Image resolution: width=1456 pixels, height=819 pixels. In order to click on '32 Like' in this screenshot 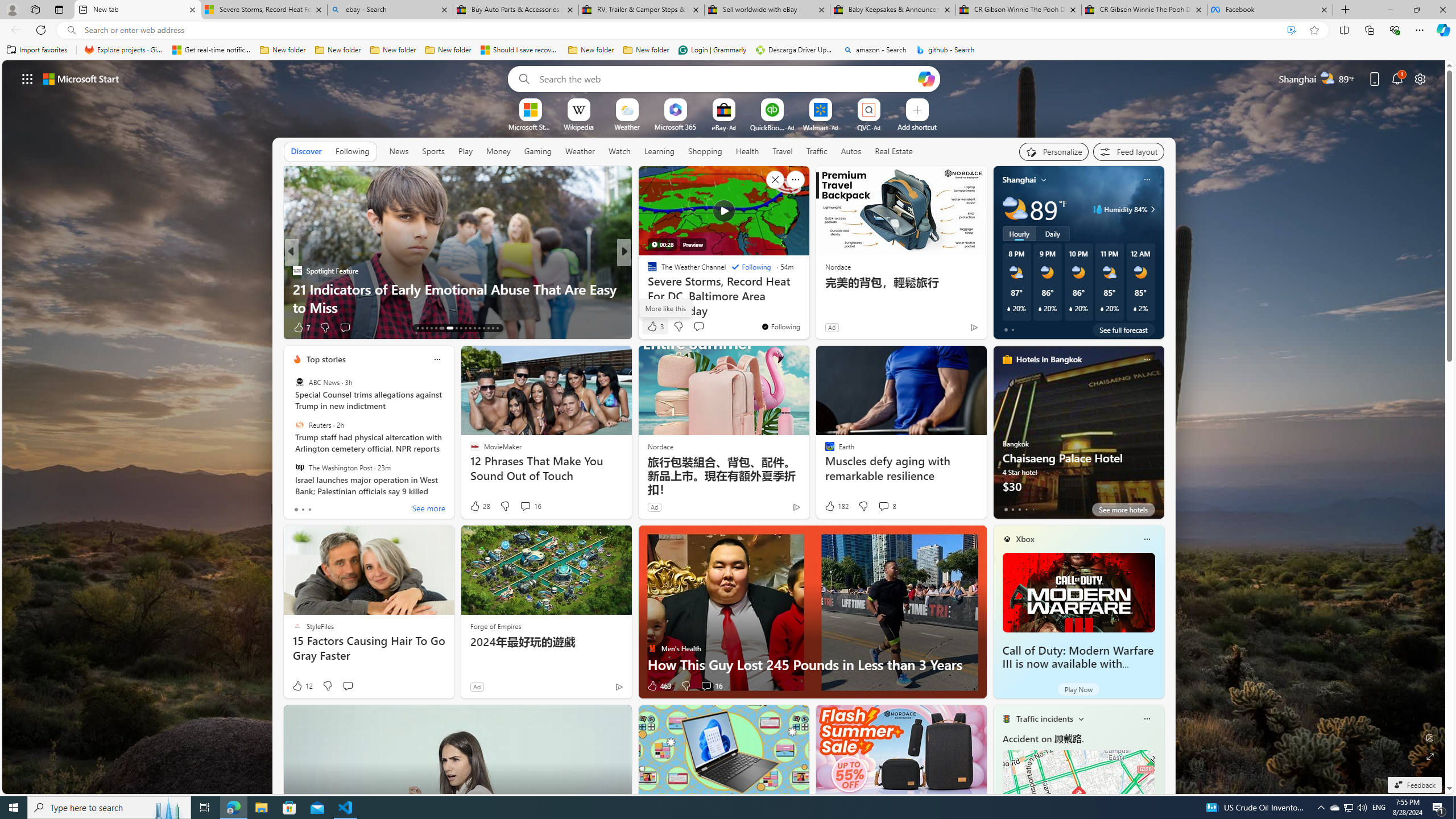, I will do `click(652, 327)`.